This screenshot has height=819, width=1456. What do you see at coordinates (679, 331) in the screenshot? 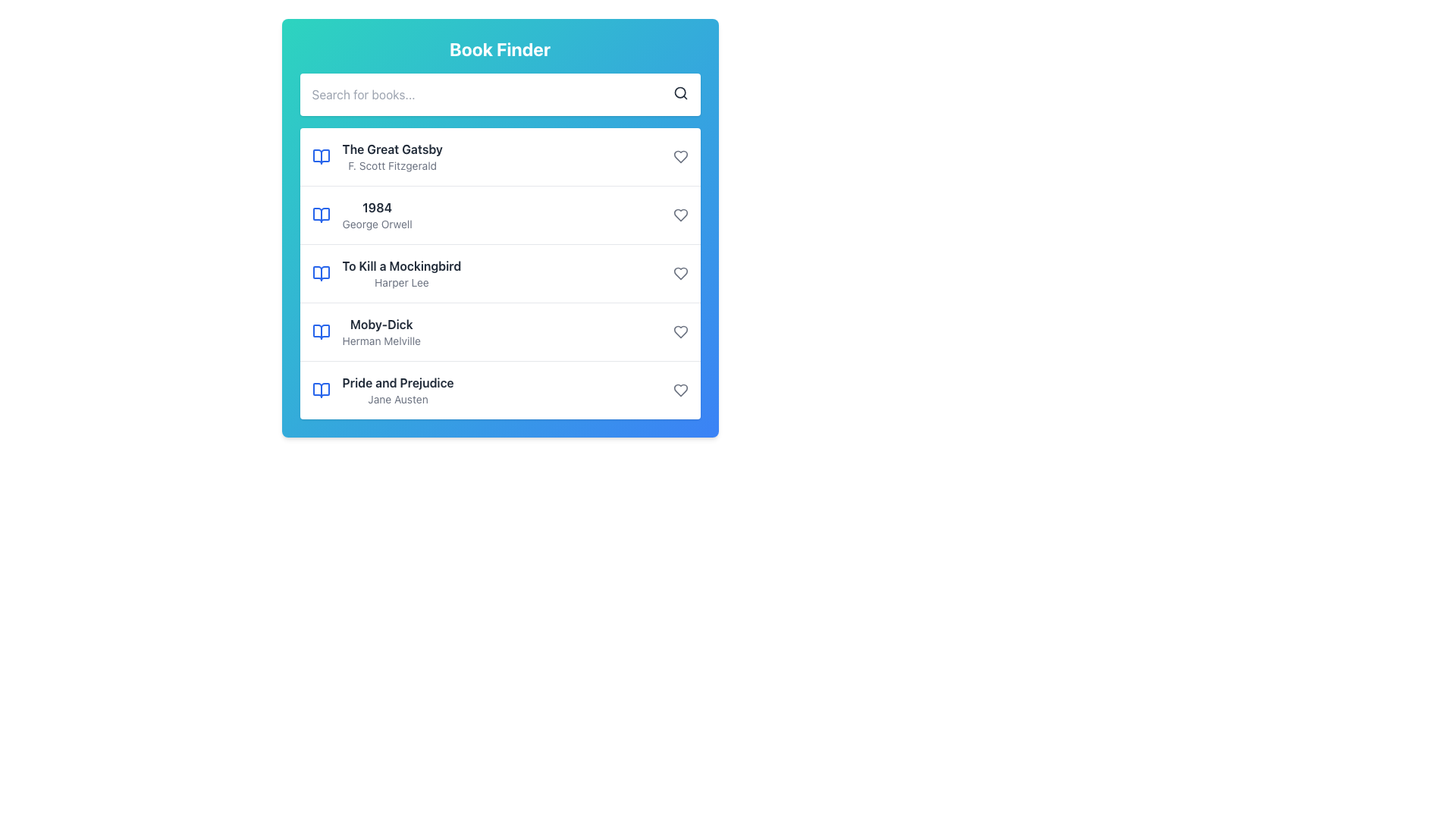
I see `the 'like' button for the book 'Moby-Dick' by 'Herman Melville' located on the far right side of the entry in the list` at bounding box center [679, 331].